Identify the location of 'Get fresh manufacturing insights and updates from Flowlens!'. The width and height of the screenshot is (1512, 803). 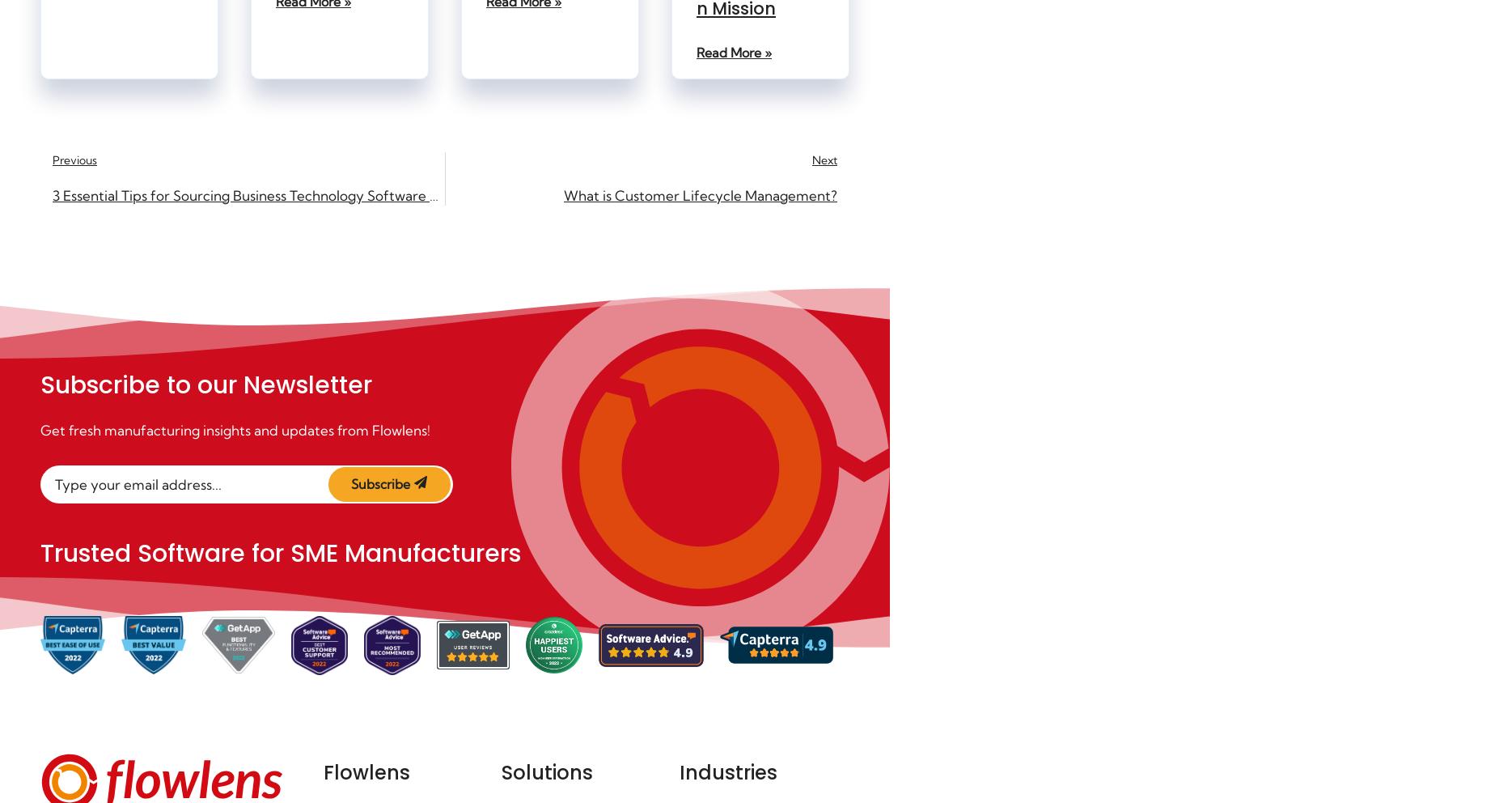
(235, 429).